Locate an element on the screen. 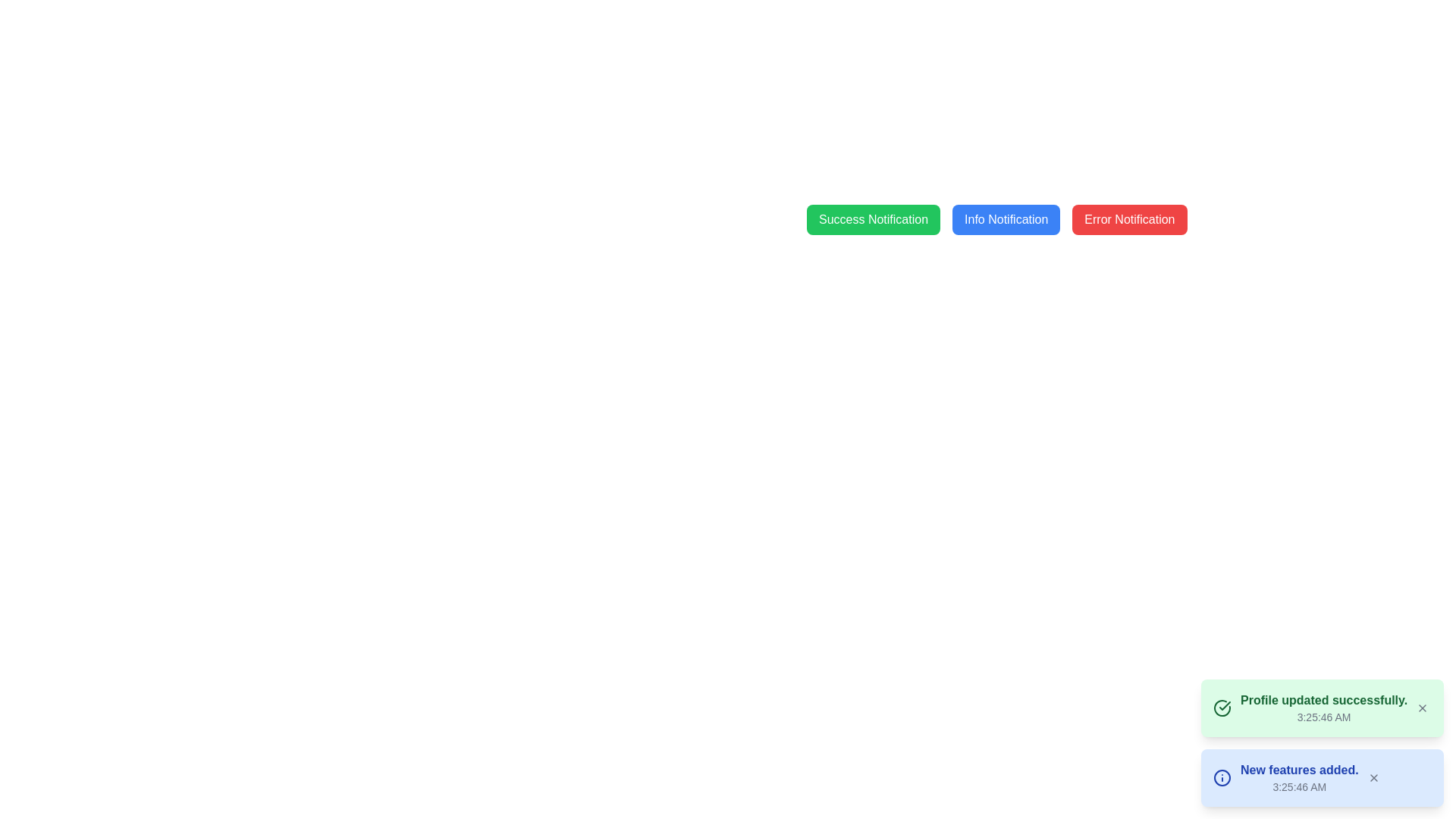 Image resolution: width=1456 pixels, height=819 pixels. the dismiss button located at the far-right edge of the blue notification box containing the text 'New features added.' and '3:25:46 AM' is located at coordinates (1373, 778).